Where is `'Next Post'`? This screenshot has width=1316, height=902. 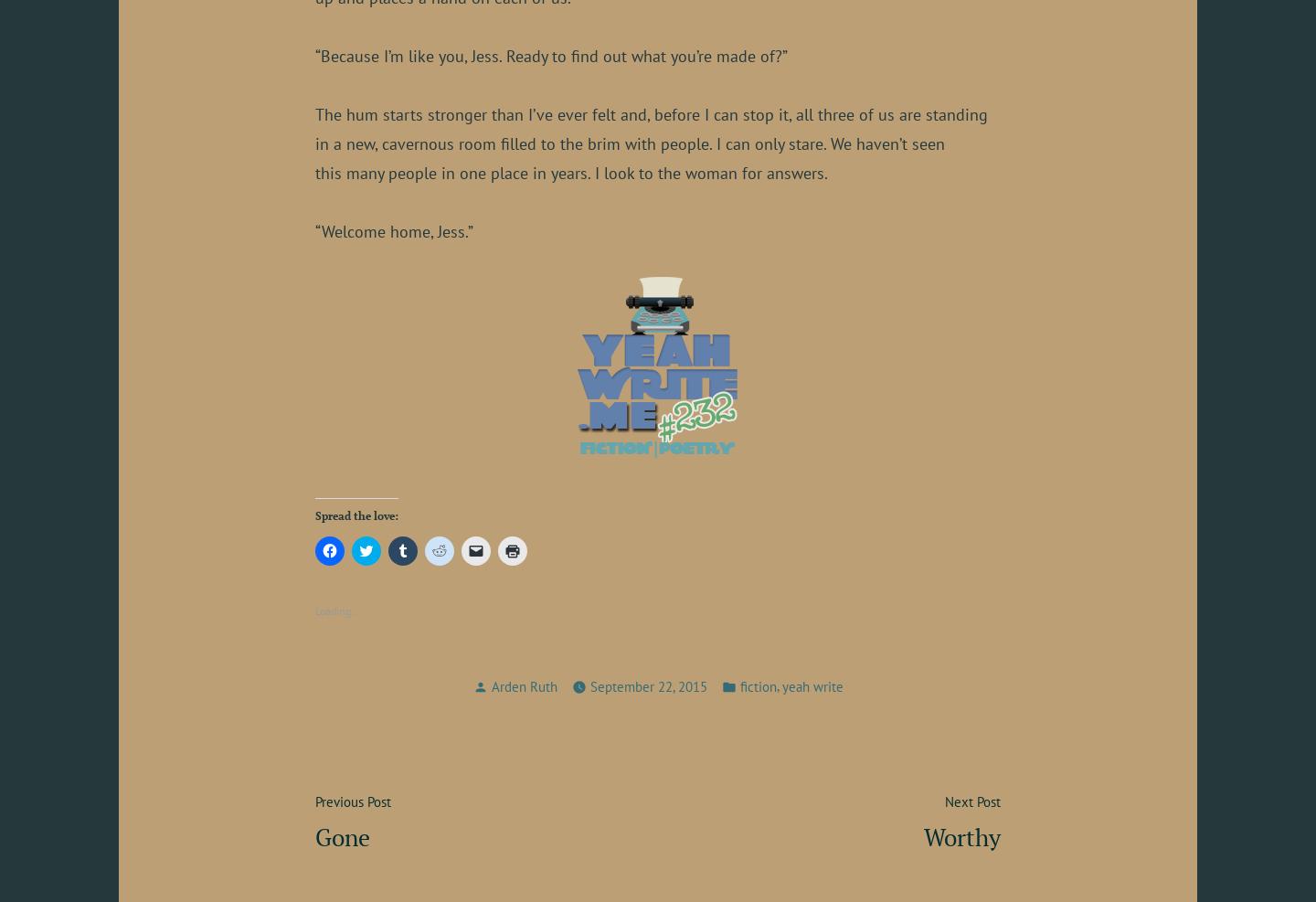
'Next Post' is located at coordinates (972, 801).